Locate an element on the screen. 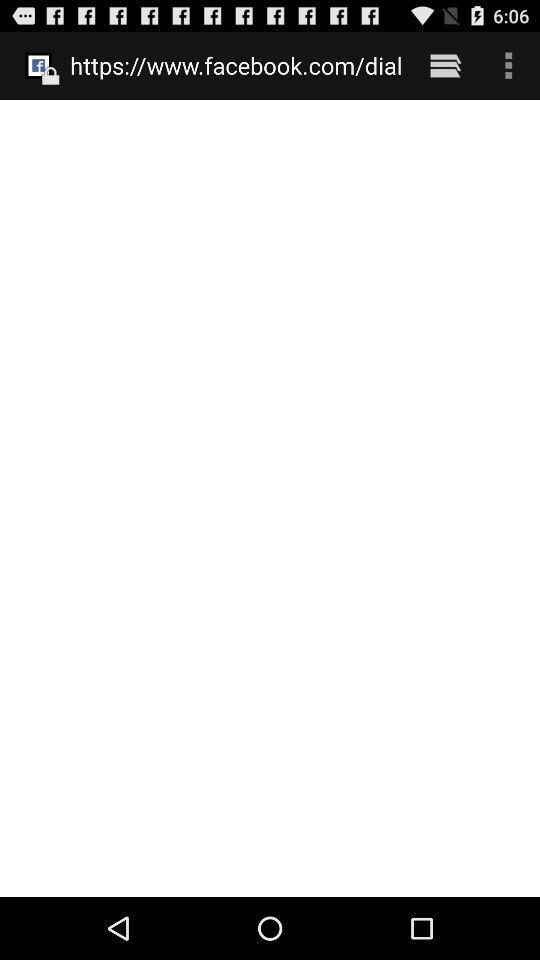  the item at the top is located at coordinates (235, 65).